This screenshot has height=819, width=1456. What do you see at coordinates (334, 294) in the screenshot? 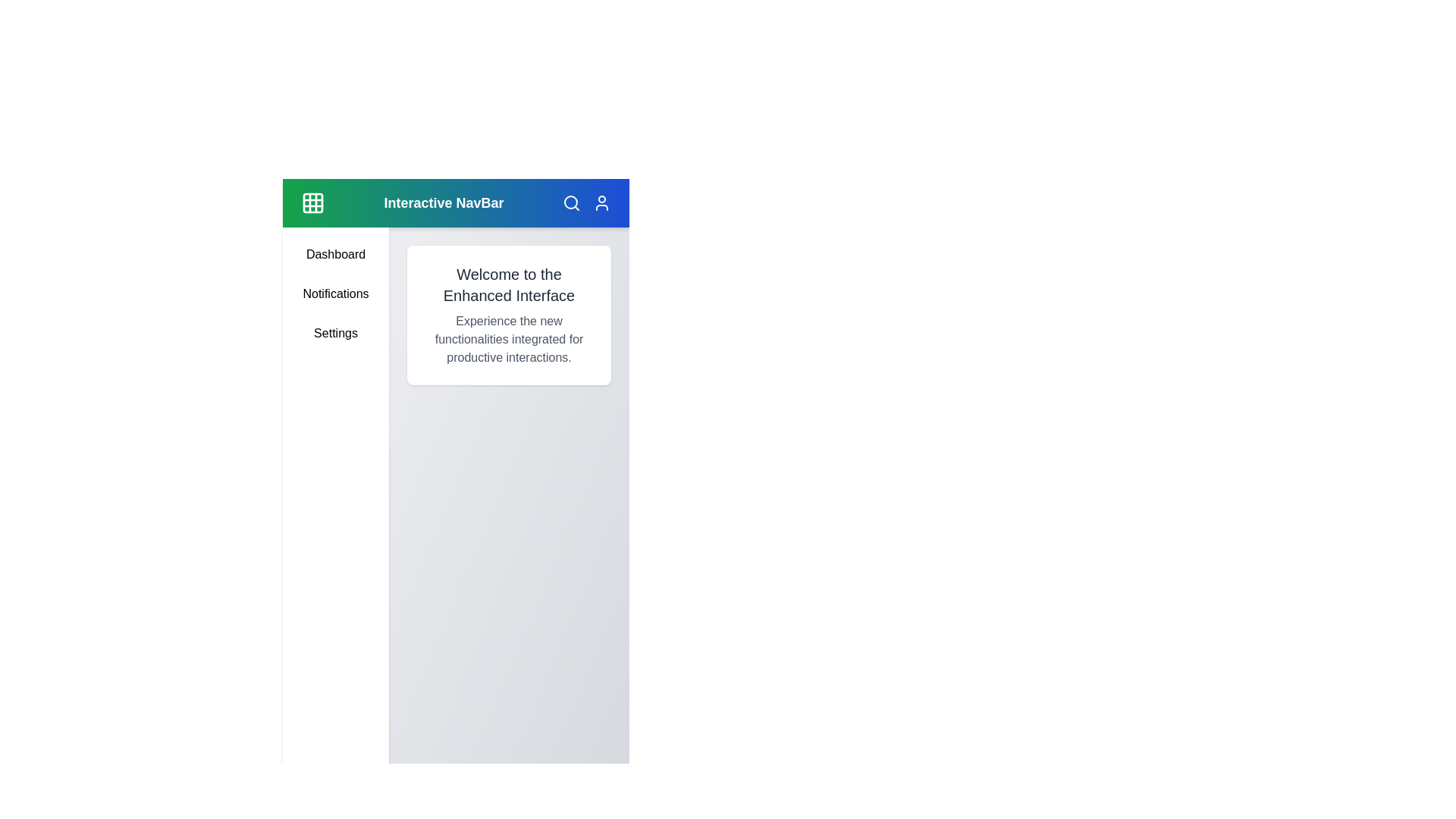
I see `the sidebar menu item Notifications to navigate to its respective section` at bounding box center [334, 294].